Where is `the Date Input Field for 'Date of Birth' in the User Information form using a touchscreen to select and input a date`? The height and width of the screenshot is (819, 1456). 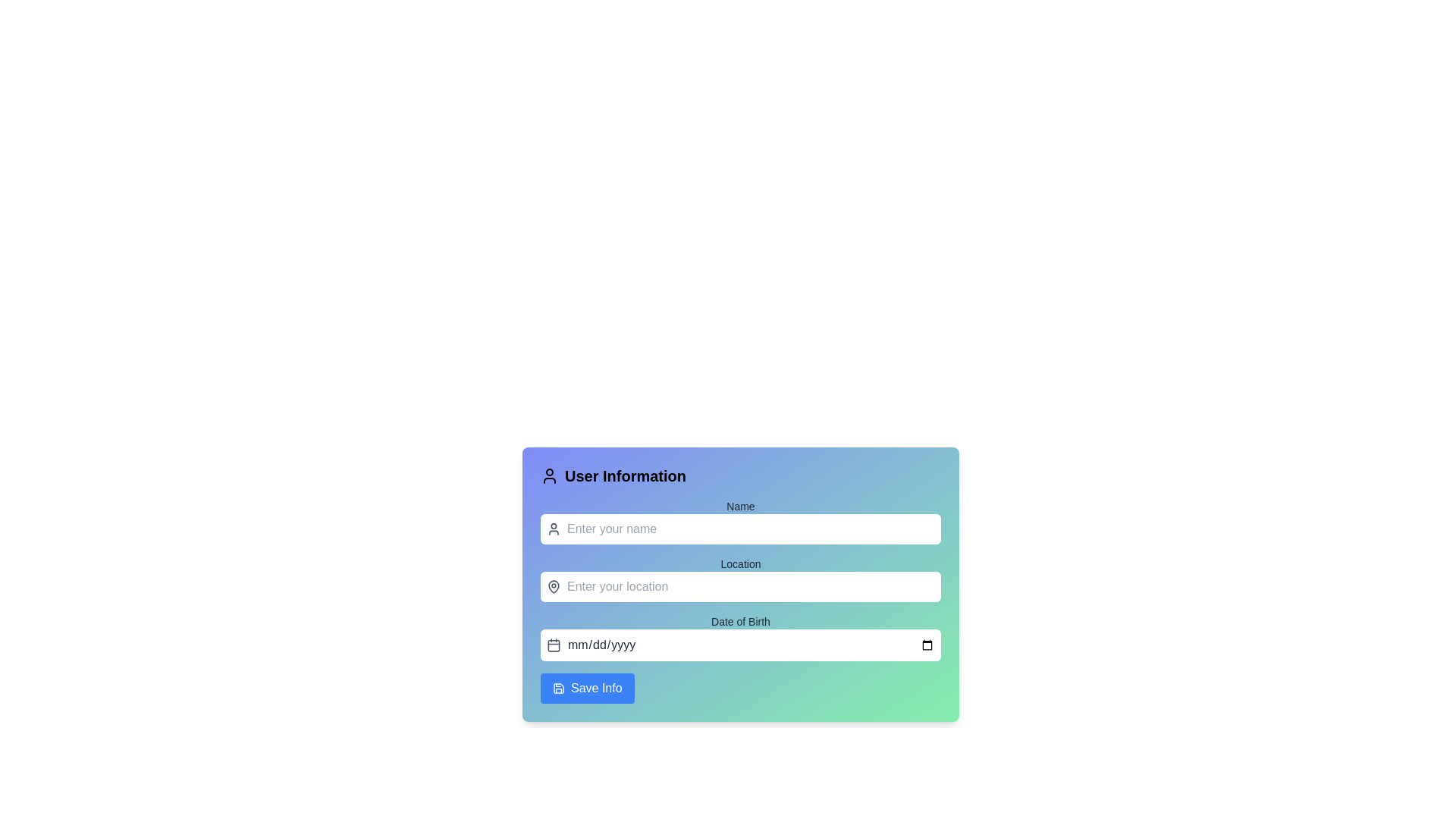
the Date Input Field for 'Date of Birth' in the User Information form using a touchscreen to select and input a date is located at coordinates (751, 645).